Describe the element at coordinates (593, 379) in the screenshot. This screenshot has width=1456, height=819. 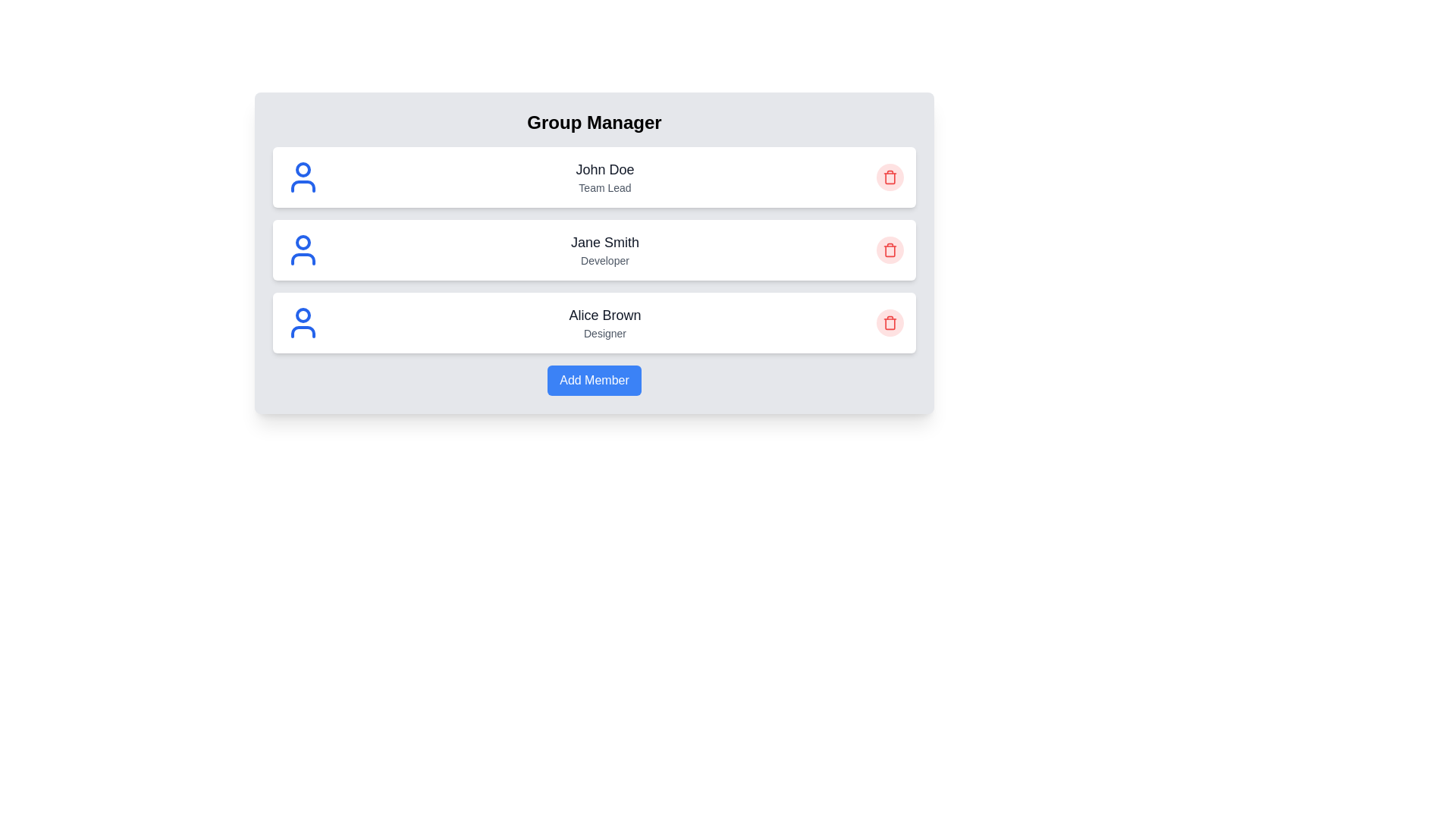
I see `the blue 'Add Member' button with rounded corners located below the last member entry, 'Alice Brown - Designer'` at that location.